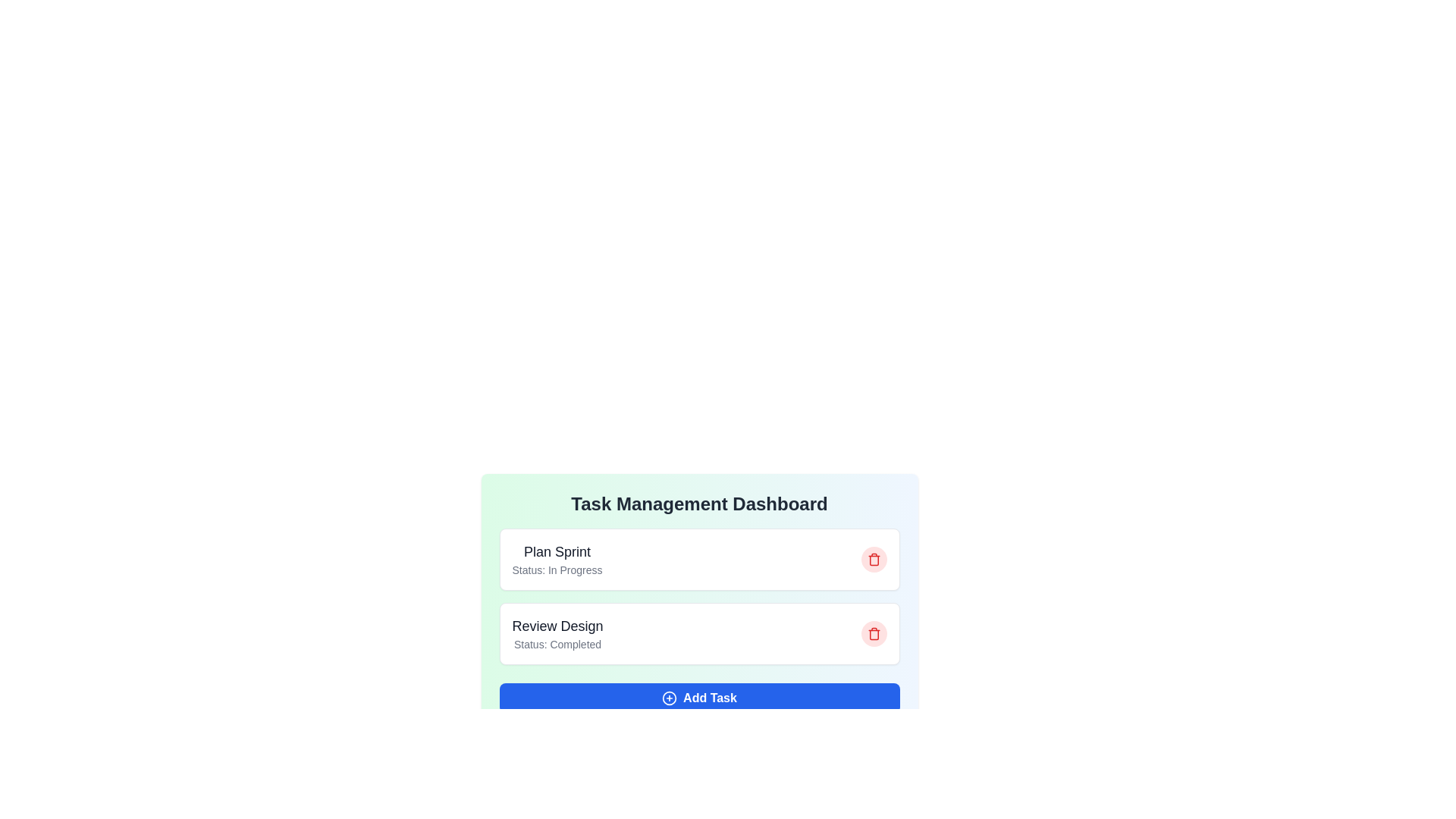 Image resolution: width=1456 pixels, height=819 pixels. Describe the element at coordinates (698, 698) in the screenshot. I see `the 'Add Task' button to add a new task` at that location.